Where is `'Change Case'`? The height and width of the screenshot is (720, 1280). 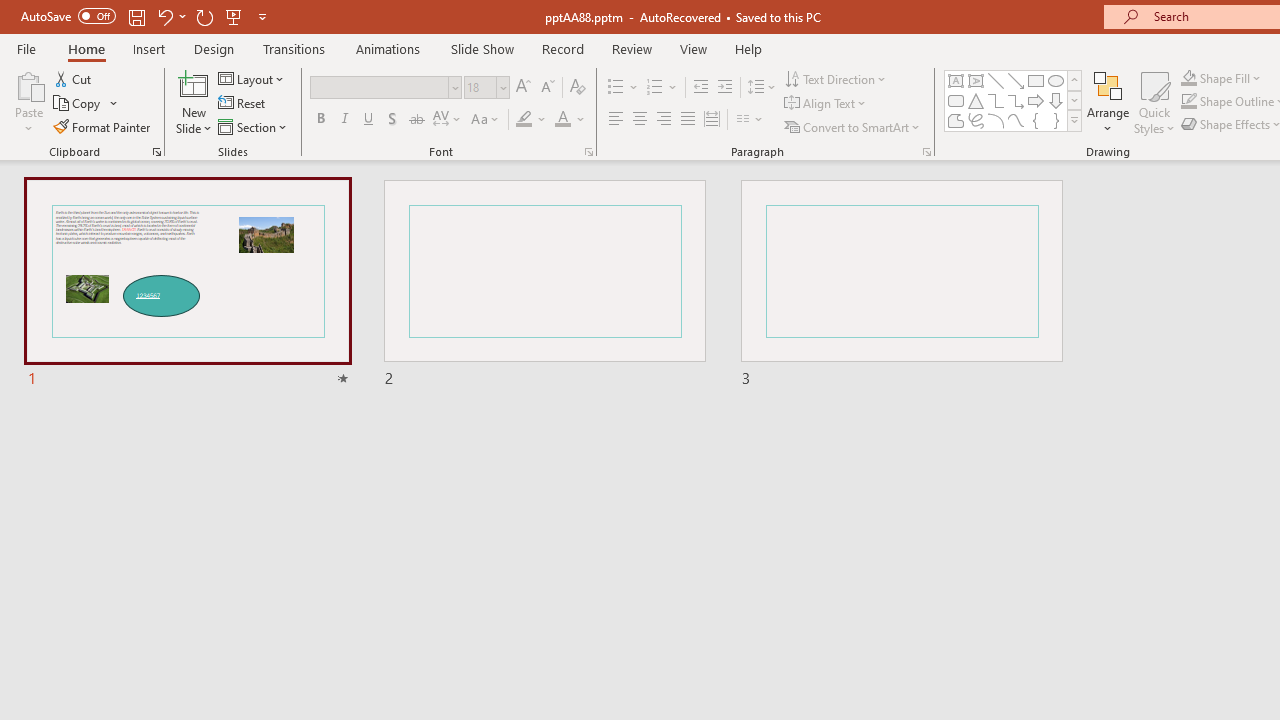
'Change Case' is located at coordinates (486, 119).